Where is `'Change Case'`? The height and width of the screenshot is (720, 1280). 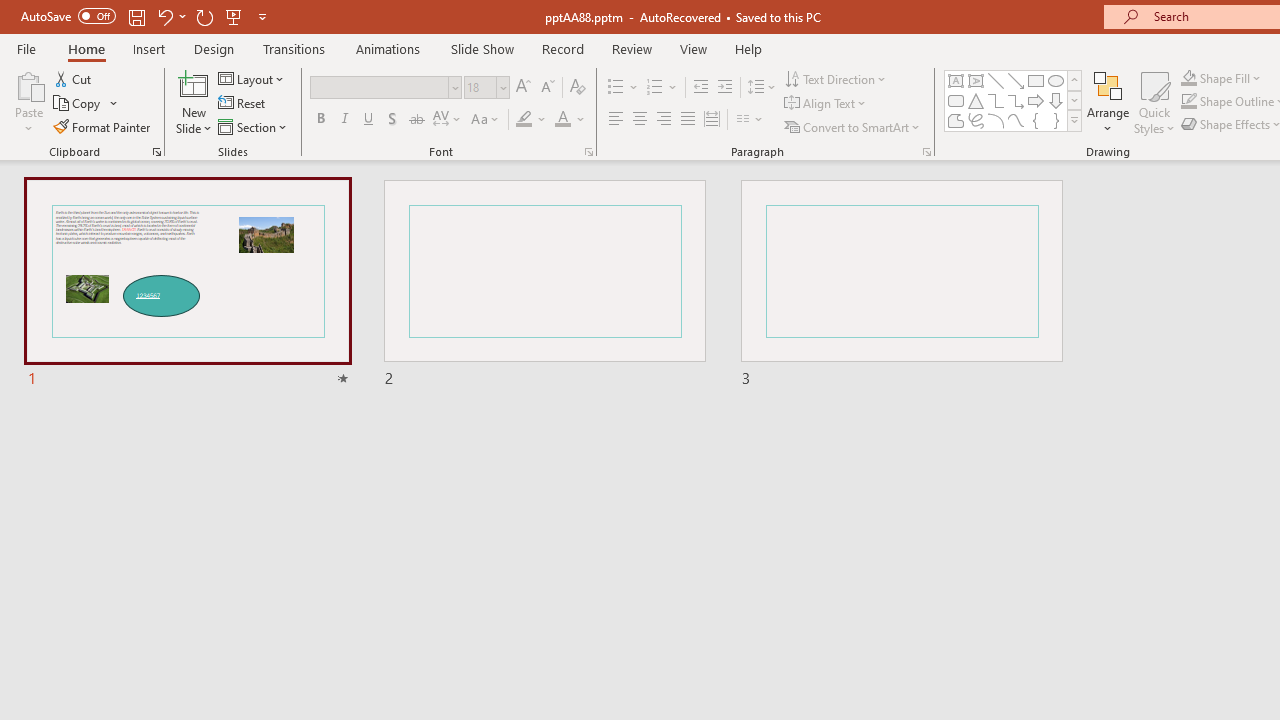
'Change Case' is located at coordinates (486, 119).